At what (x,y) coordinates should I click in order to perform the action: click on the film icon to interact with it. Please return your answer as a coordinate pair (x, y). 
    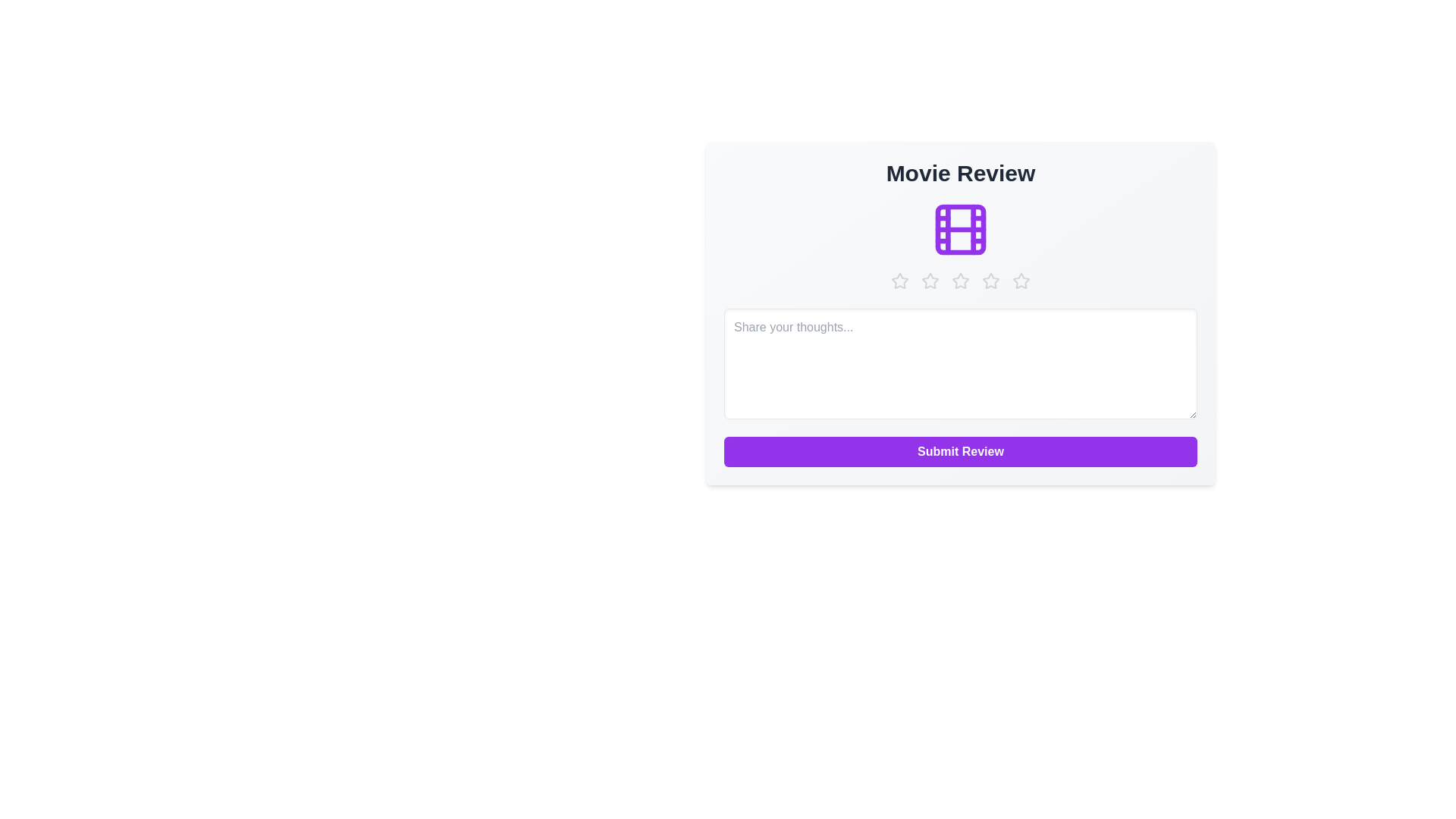
    Looking at the image, I should click on (960, 230).